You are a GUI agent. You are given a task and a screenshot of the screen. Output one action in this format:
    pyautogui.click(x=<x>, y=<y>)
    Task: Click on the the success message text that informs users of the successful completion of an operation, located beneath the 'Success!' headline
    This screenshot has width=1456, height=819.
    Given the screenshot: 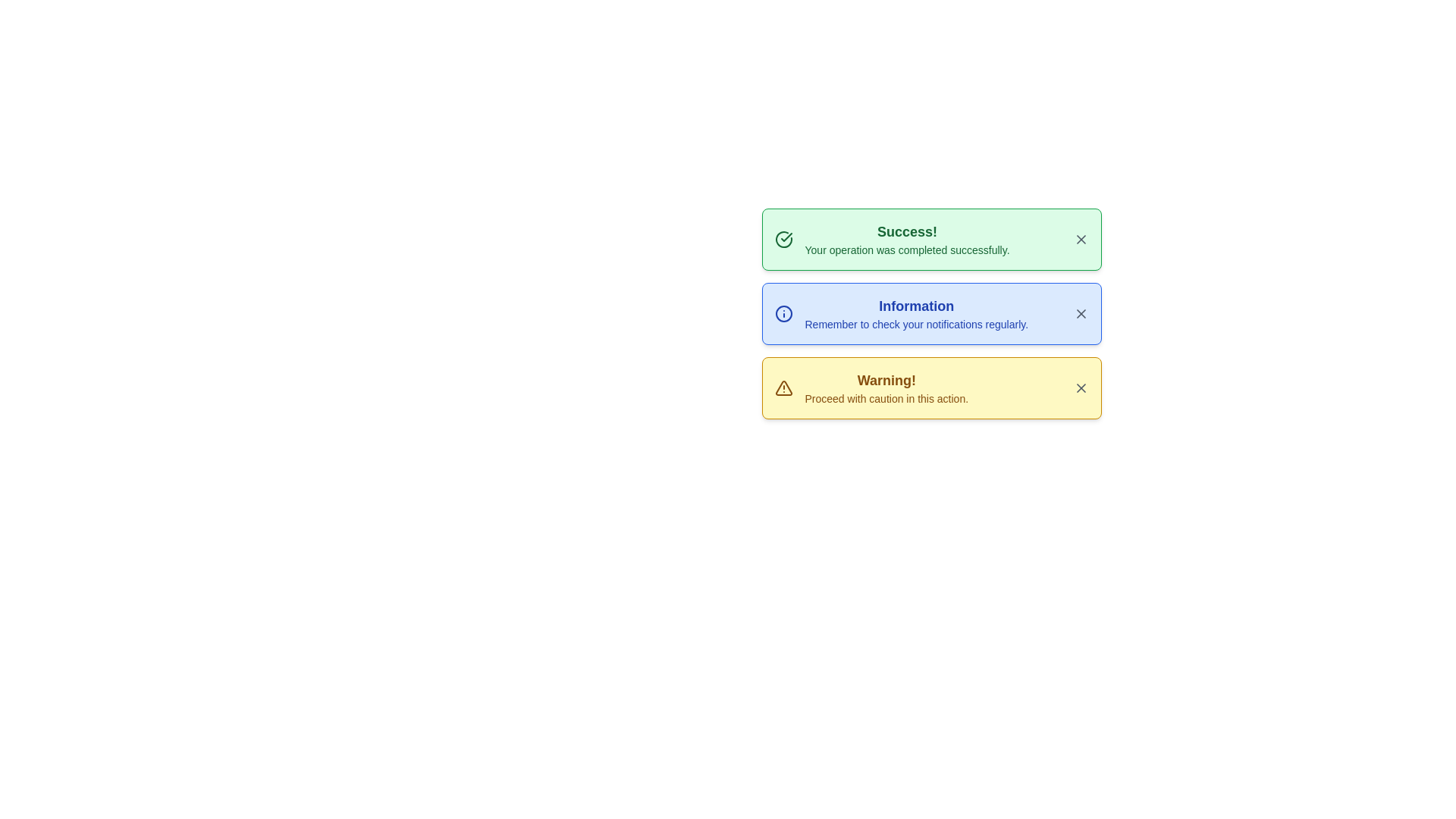 What is the action you would take?
    pyautogui.click(x=907, y=249)
    